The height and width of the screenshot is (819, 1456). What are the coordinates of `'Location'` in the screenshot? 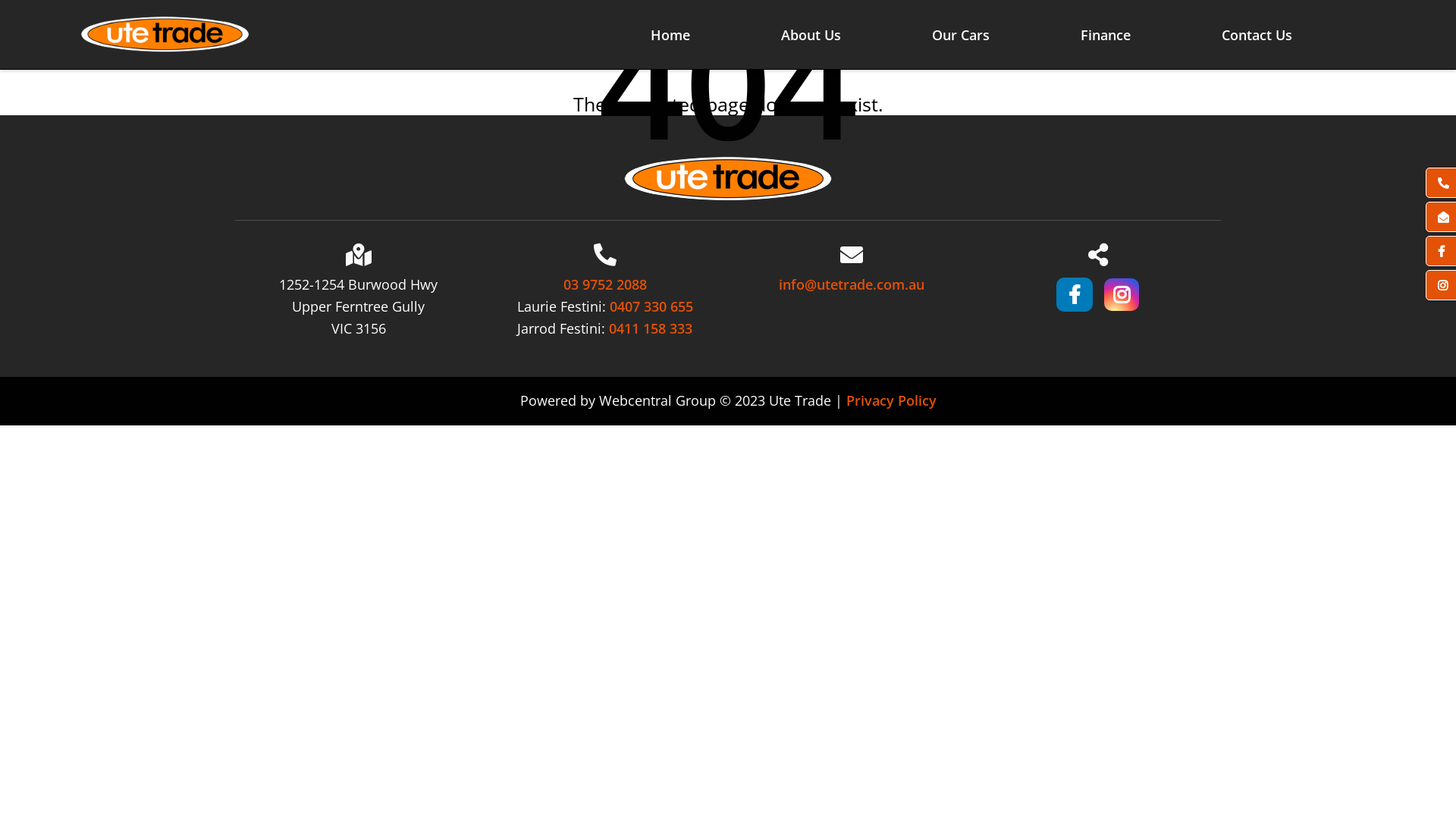 It's located at (358, 253).